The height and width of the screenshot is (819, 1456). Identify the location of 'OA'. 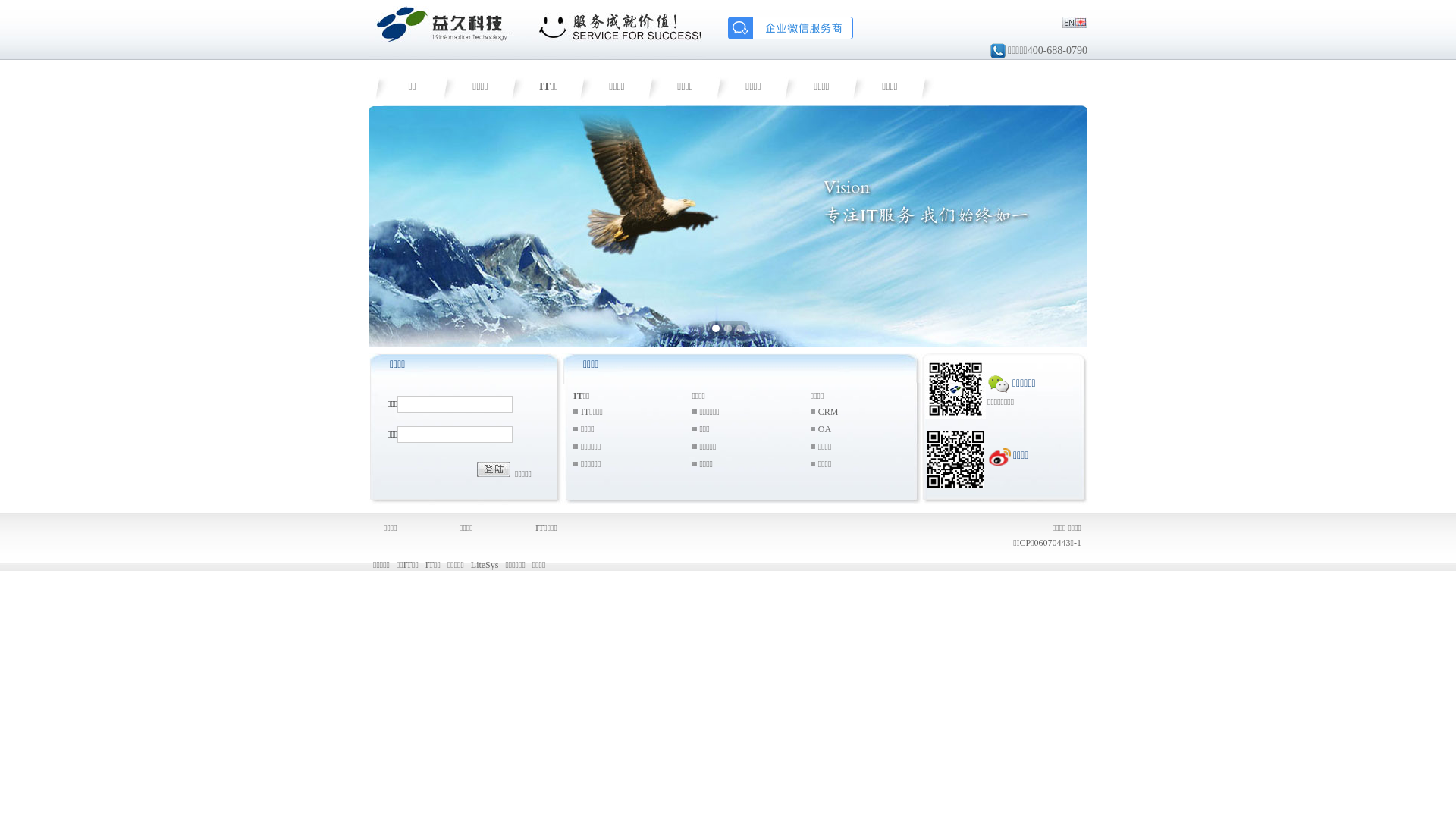
(817, 428).